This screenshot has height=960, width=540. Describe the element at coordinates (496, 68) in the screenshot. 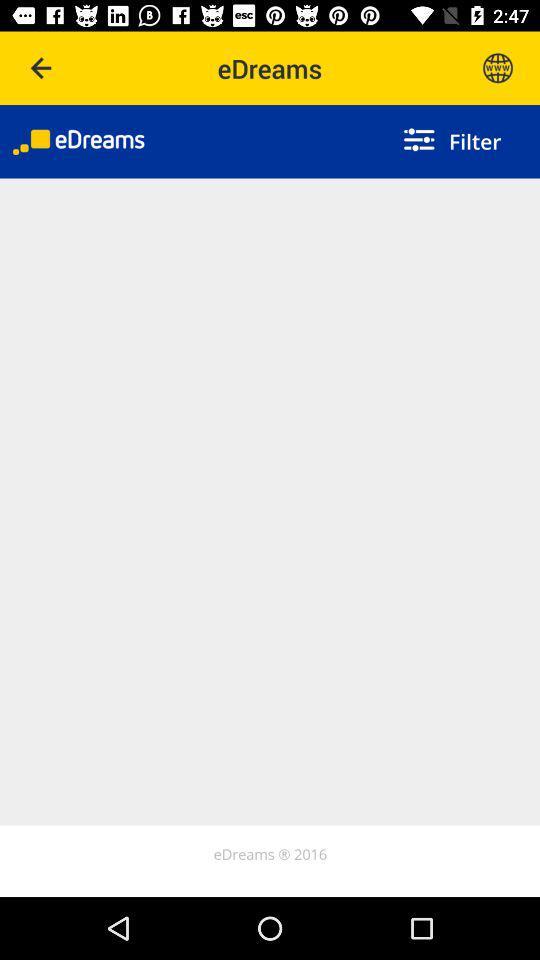

I see `edreams website` at that location.